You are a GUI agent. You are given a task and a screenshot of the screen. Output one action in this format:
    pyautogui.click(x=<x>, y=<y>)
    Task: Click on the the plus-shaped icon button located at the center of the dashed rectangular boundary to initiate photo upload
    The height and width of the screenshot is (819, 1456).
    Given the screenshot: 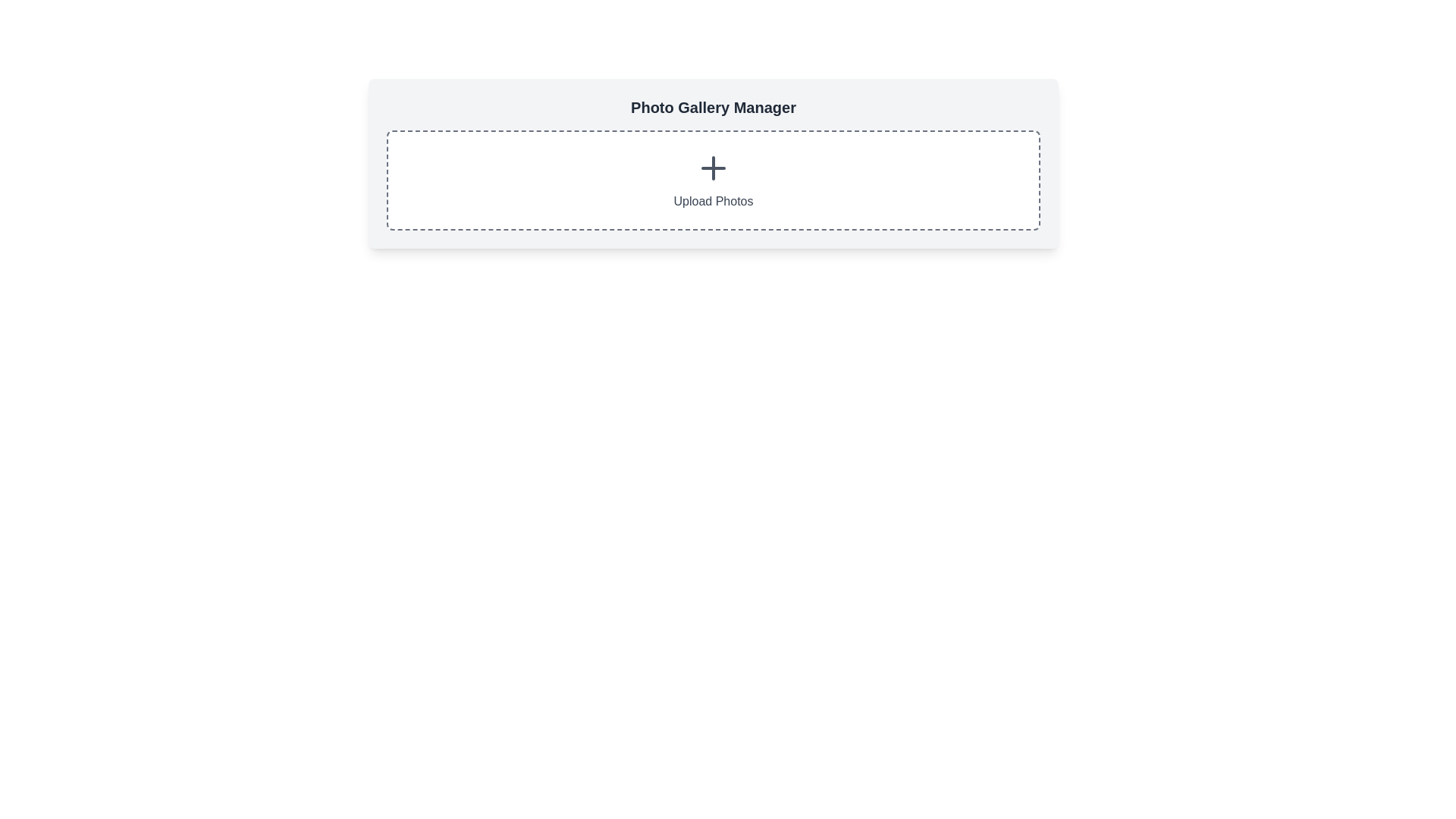 What is the action you would take?
    pyautogui.click(x=712, y=168)
    